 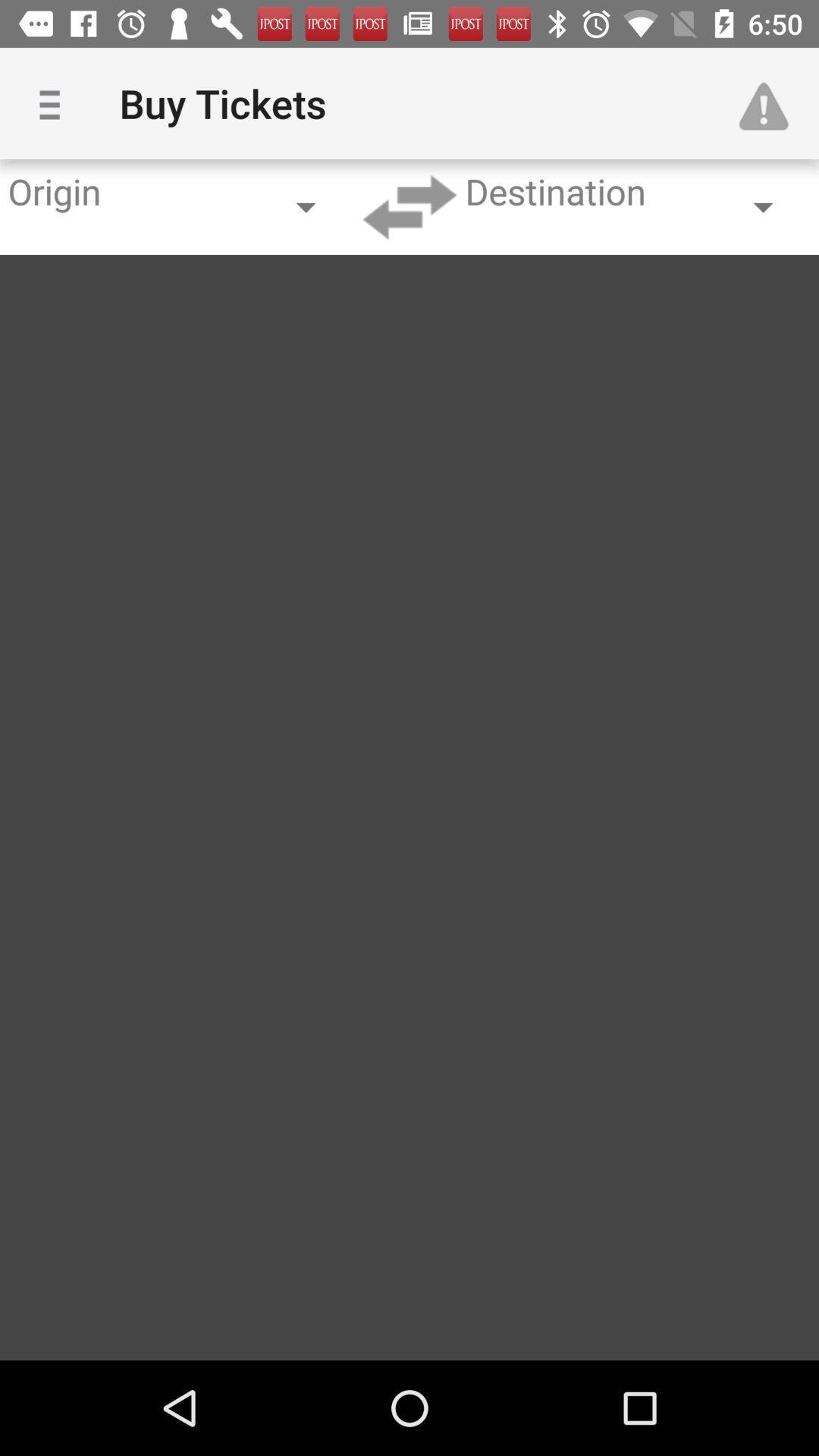 I want to click on the swap icon, so click(x=409, y=206).